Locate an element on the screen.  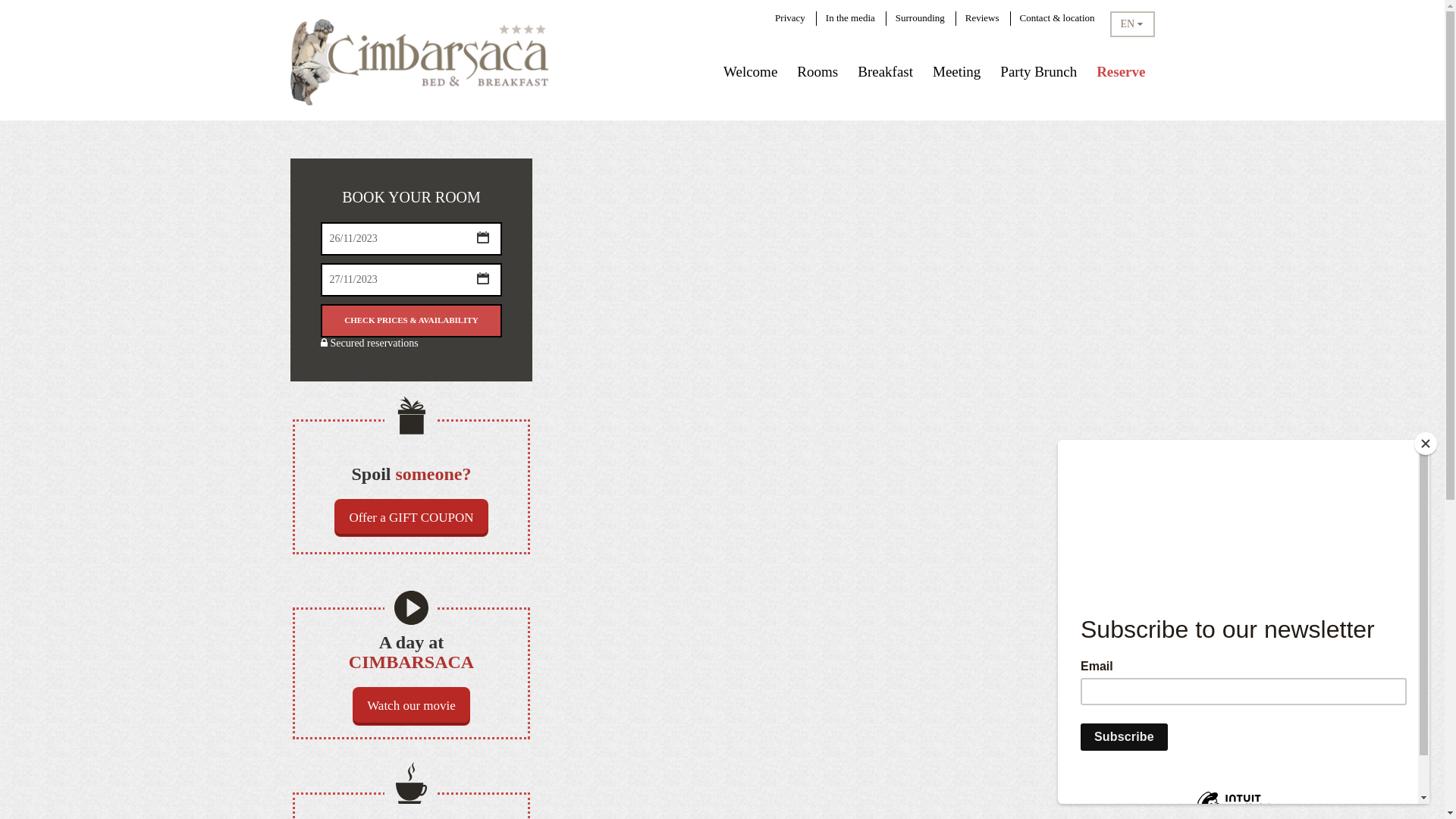
'Watch our movie' is located at coordinates (411, 705).